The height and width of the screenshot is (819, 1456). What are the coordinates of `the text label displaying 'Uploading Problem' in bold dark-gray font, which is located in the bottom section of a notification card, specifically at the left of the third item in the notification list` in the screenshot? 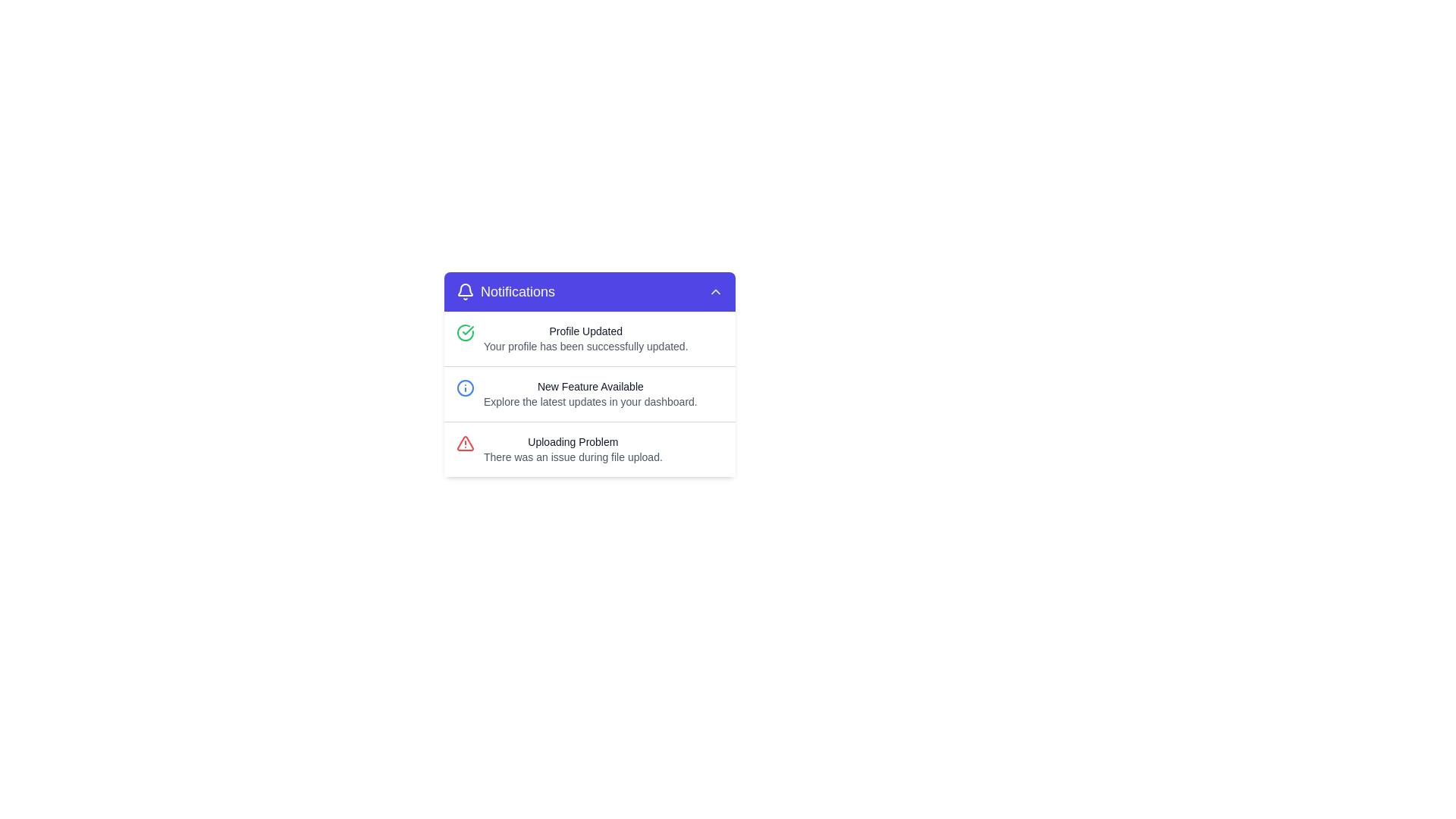 It's located at (572, 441).